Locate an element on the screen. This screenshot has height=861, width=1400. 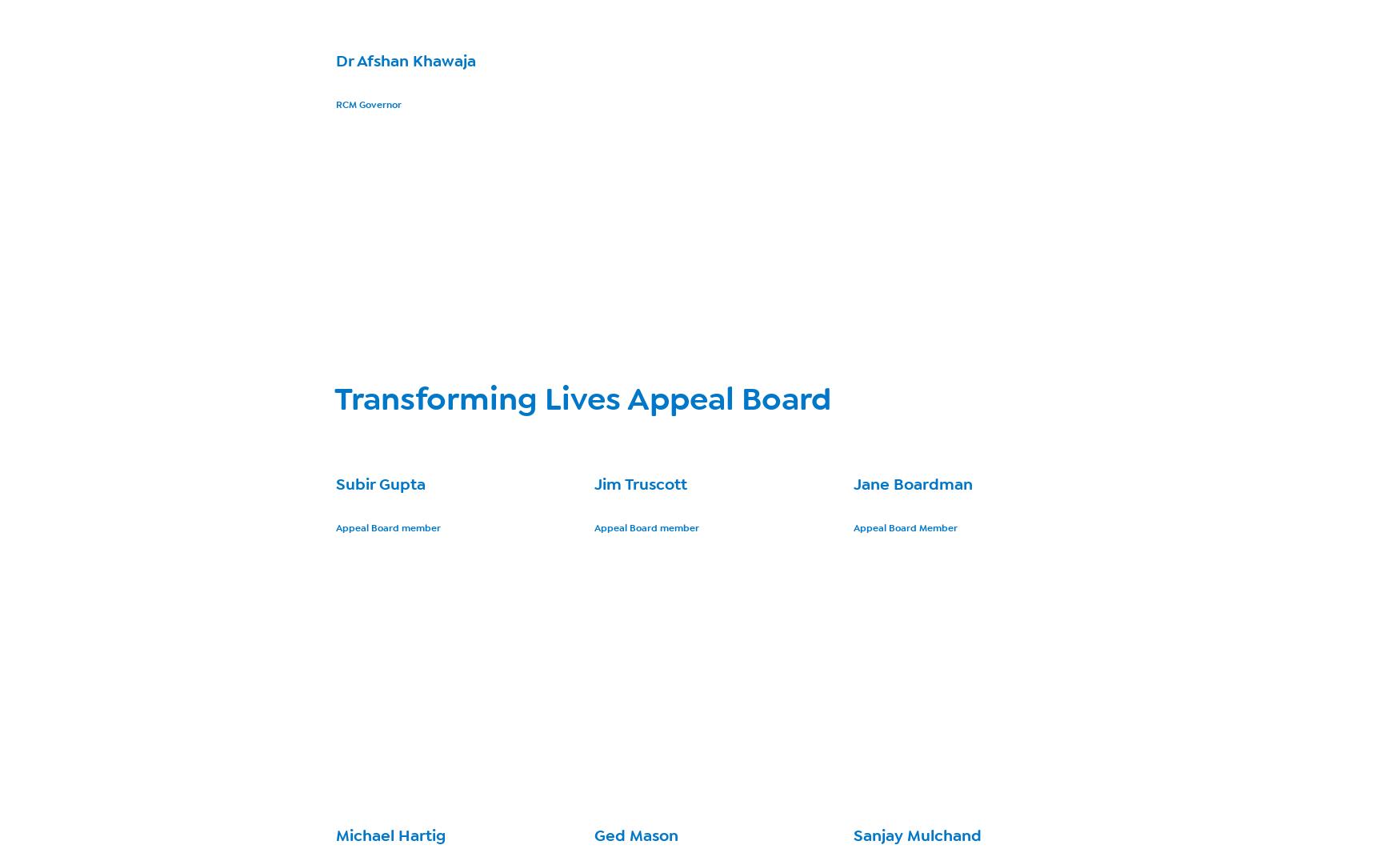
'Subir Gupta' is located at coordinates (381, 484).